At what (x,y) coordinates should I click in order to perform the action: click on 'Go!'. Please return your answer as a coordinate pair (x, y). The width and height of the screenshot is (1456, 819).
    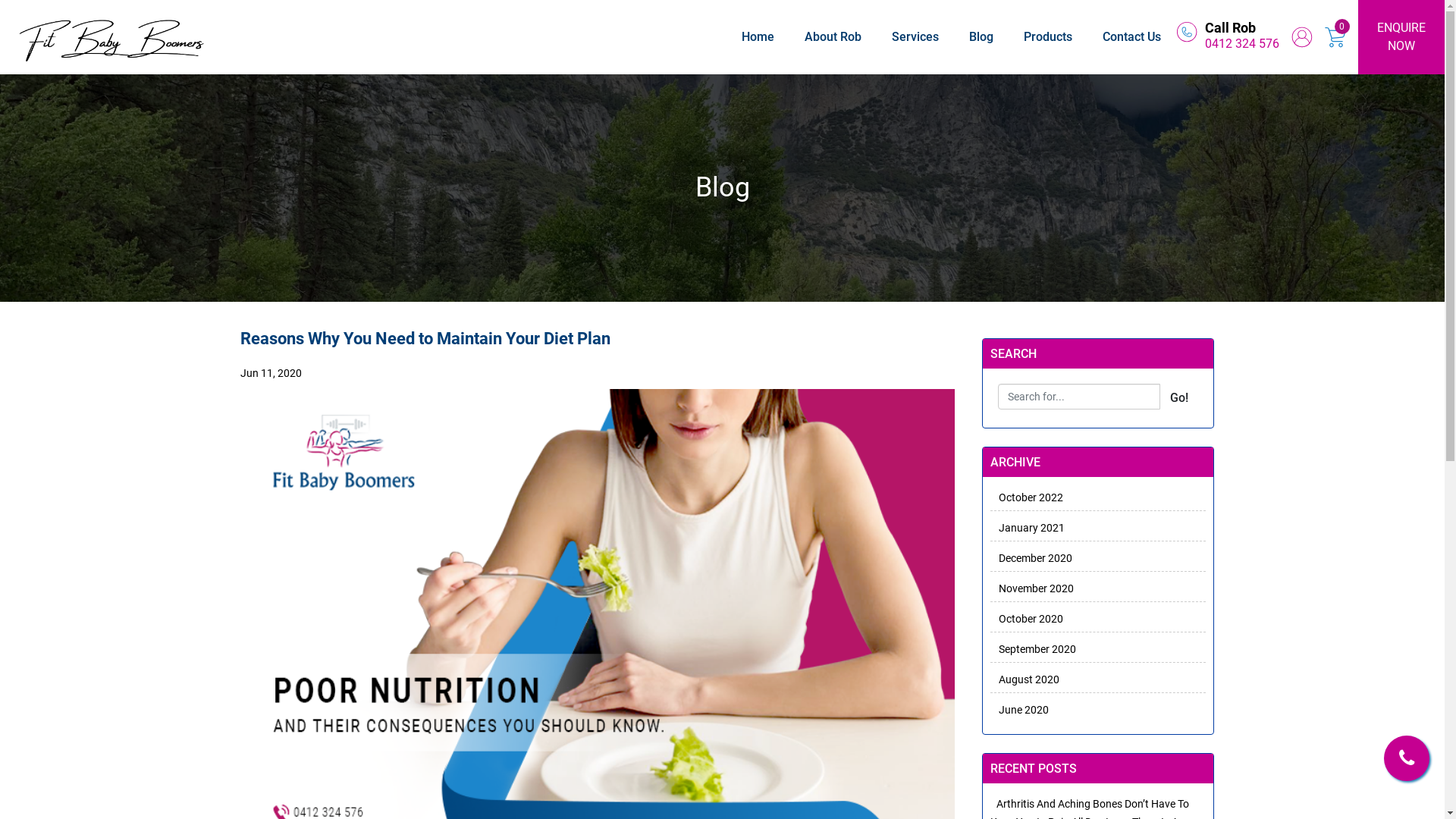
    Looking at the image, I should click on (1178, 397).